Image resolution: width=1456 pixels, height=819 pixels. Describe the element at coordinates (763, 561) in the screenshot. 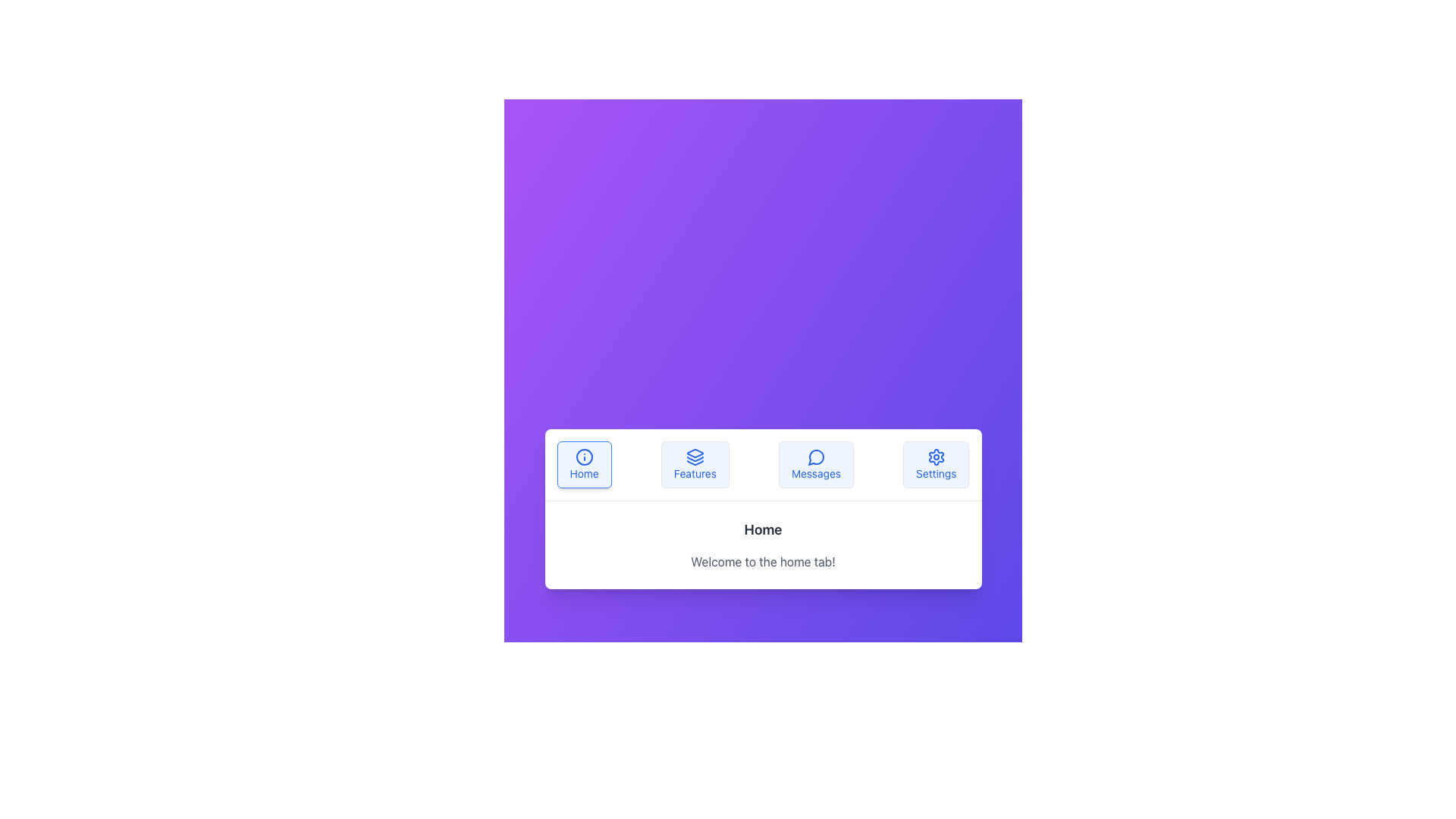

I see `the static text label that says 'Welcome to the home tab!', which is positioned below the 'Home' text element in the lower part of the interface` at that location.